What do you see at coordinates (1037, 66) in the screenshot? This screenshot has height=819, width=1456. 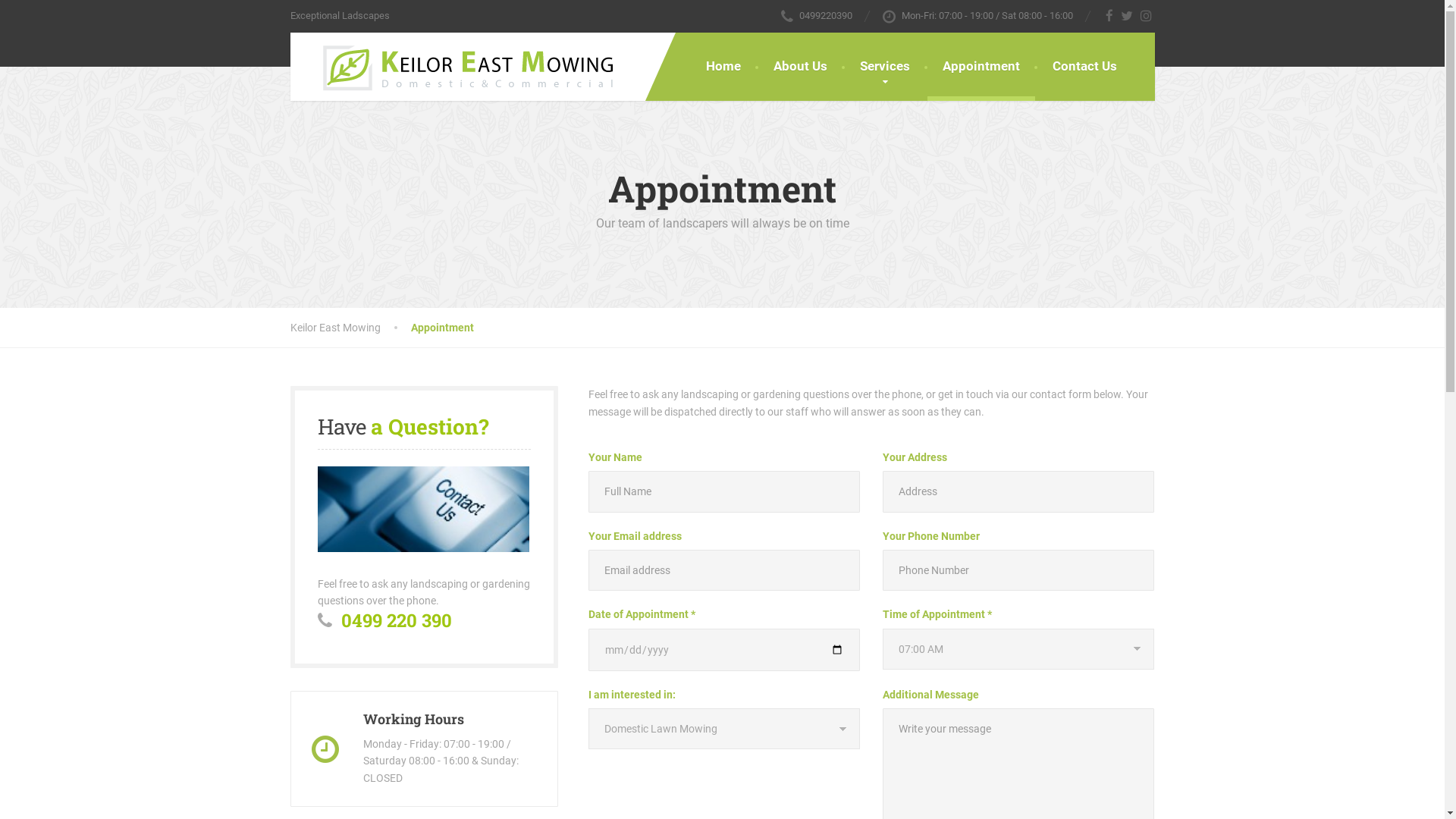 I see `'Contact Us'` at bounding box center [1037, 66].